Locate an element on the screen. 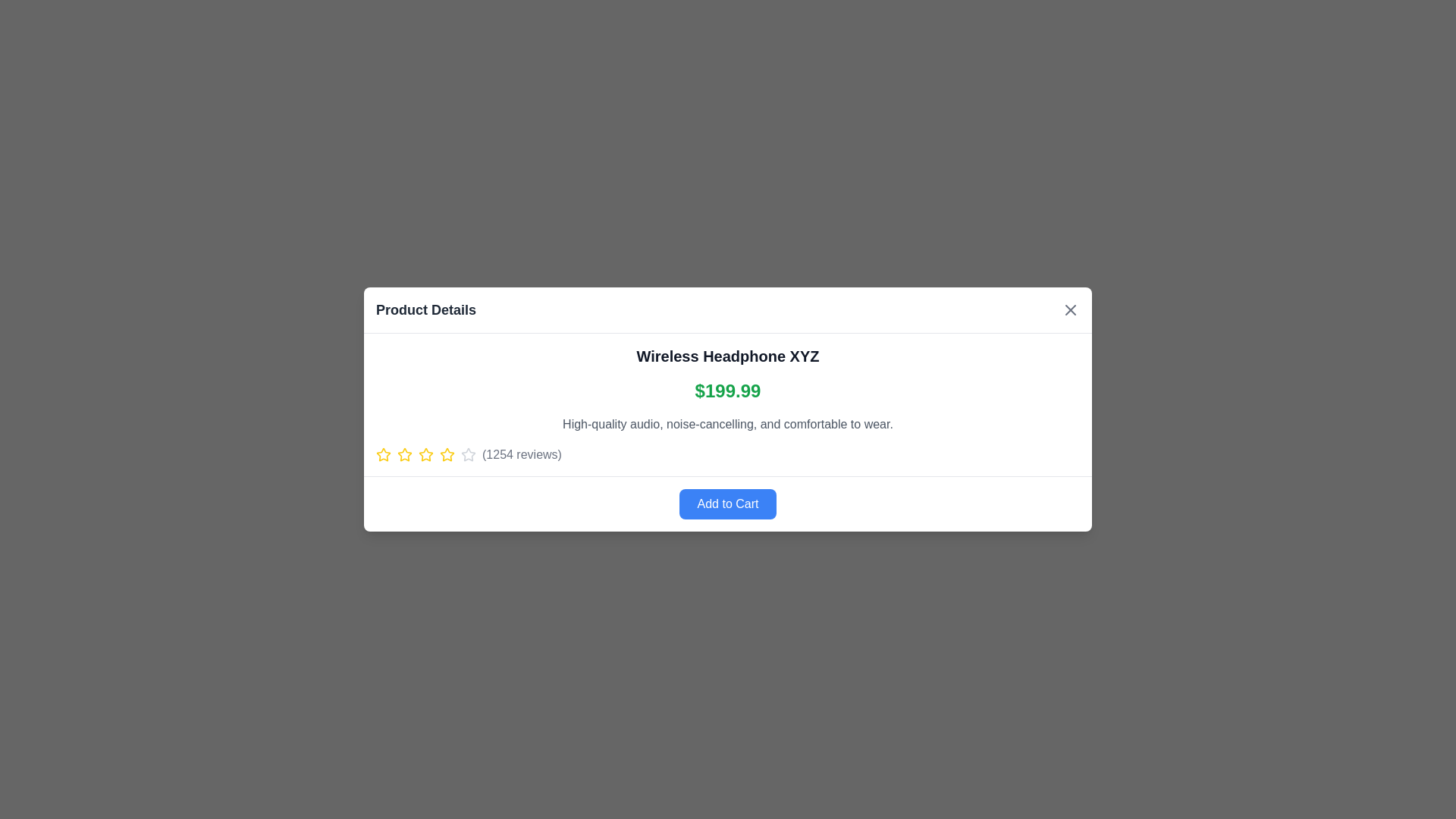 The image size is (1456, 819). the first unfilled rating star icon, which has a yellow border and an empty interior, positioned before the text '(1254 reviews)' is located at coordinates (383, 454).